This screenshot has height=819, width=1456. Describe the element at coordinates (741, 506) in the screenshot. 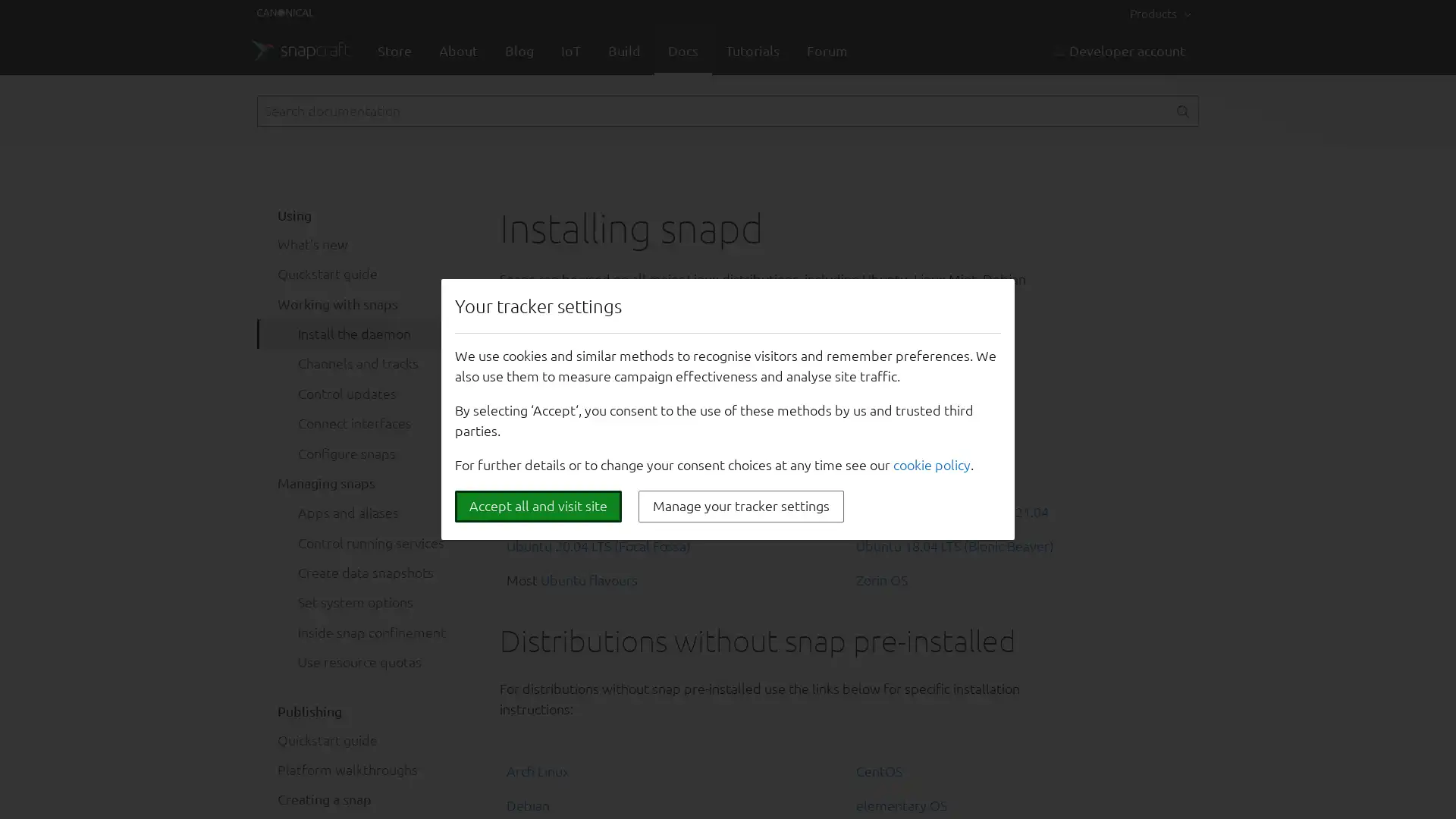

I see `Manage your tracker settings` at that location.